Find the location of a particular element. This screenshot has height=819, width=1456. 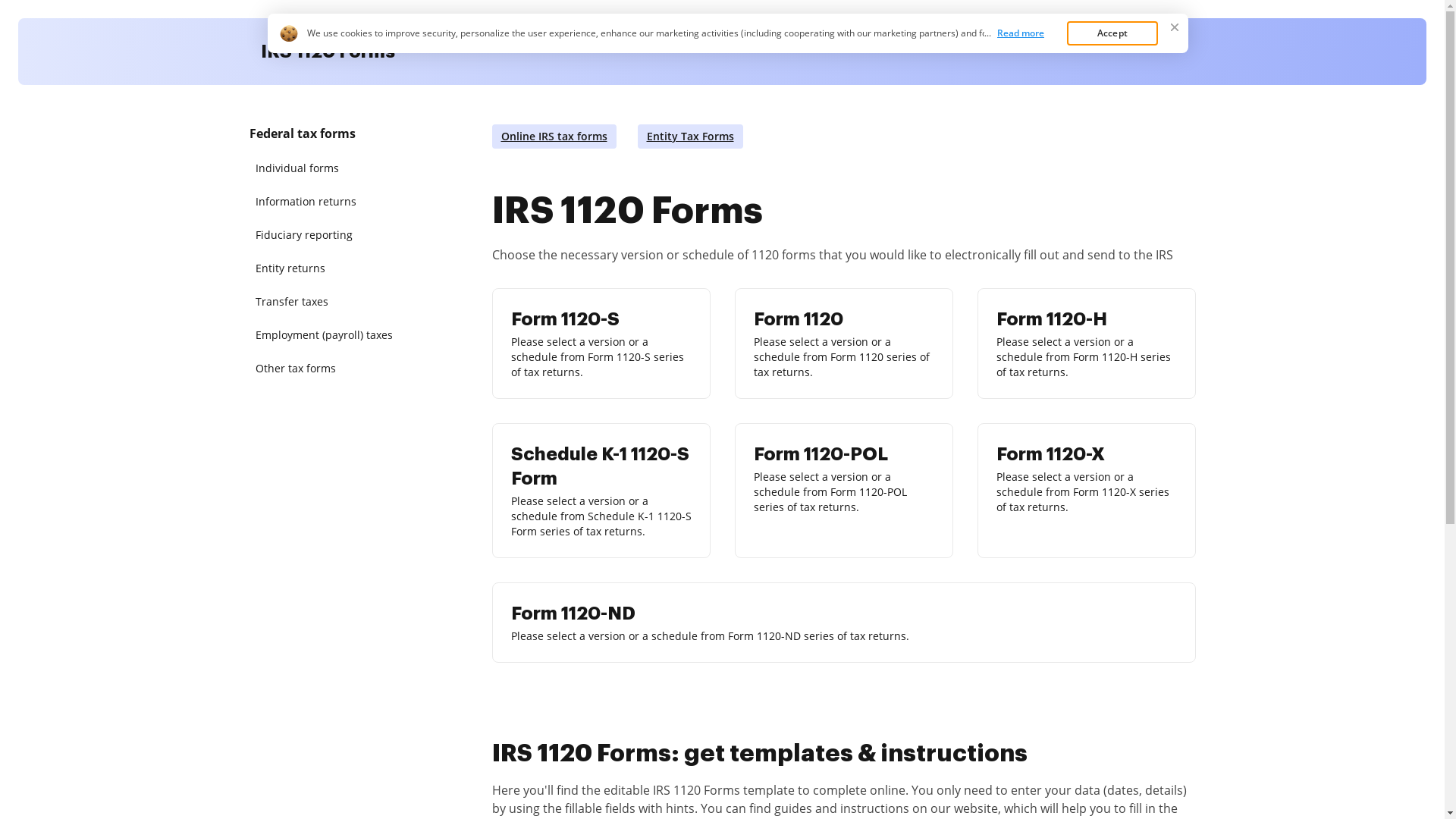

'Online IRS tax forms' is located at coordinates (552, 136).